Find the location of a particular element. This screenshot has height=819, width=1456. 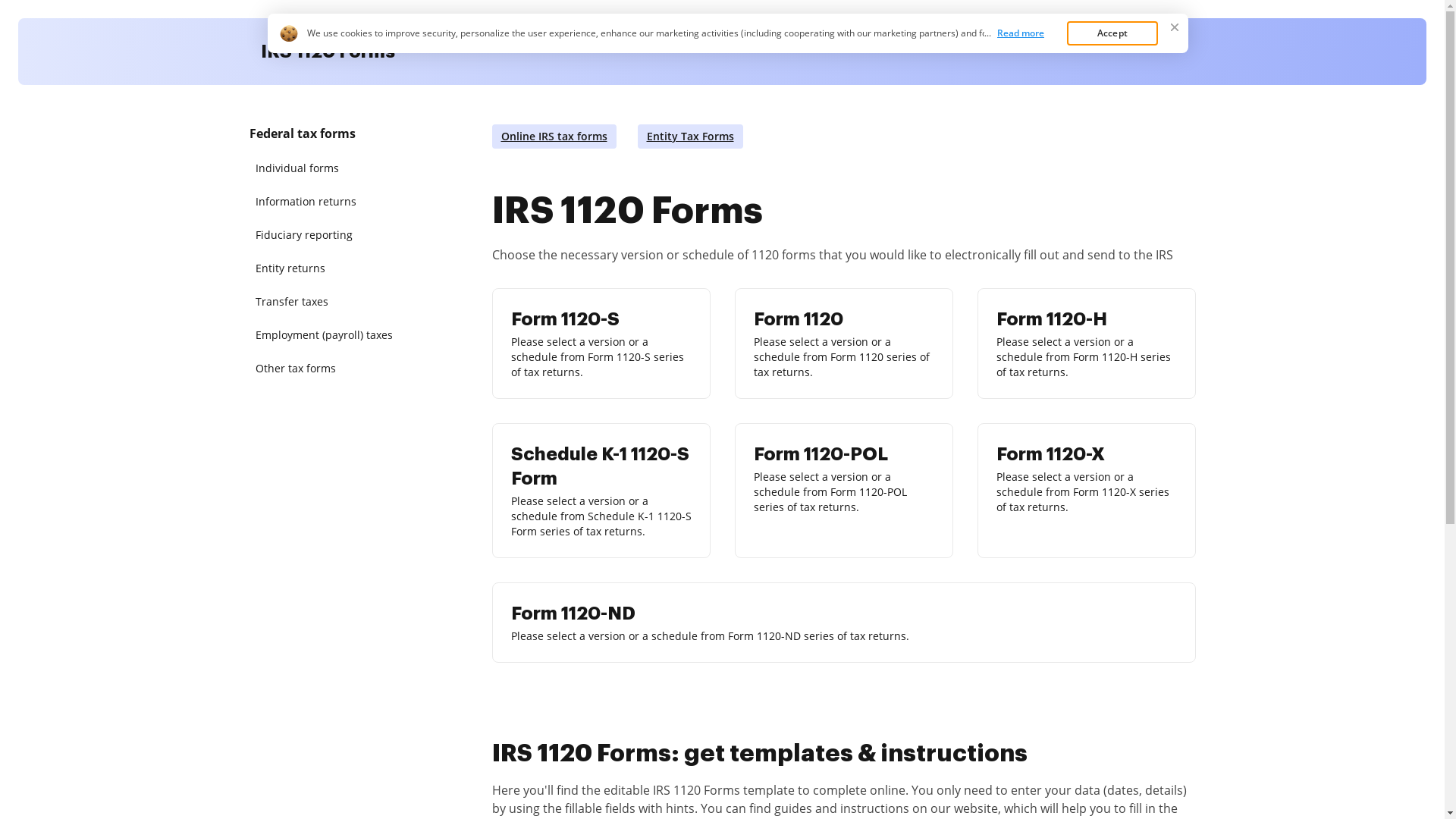

'Online IRS tax forms' is located at coordinates (552, 136).